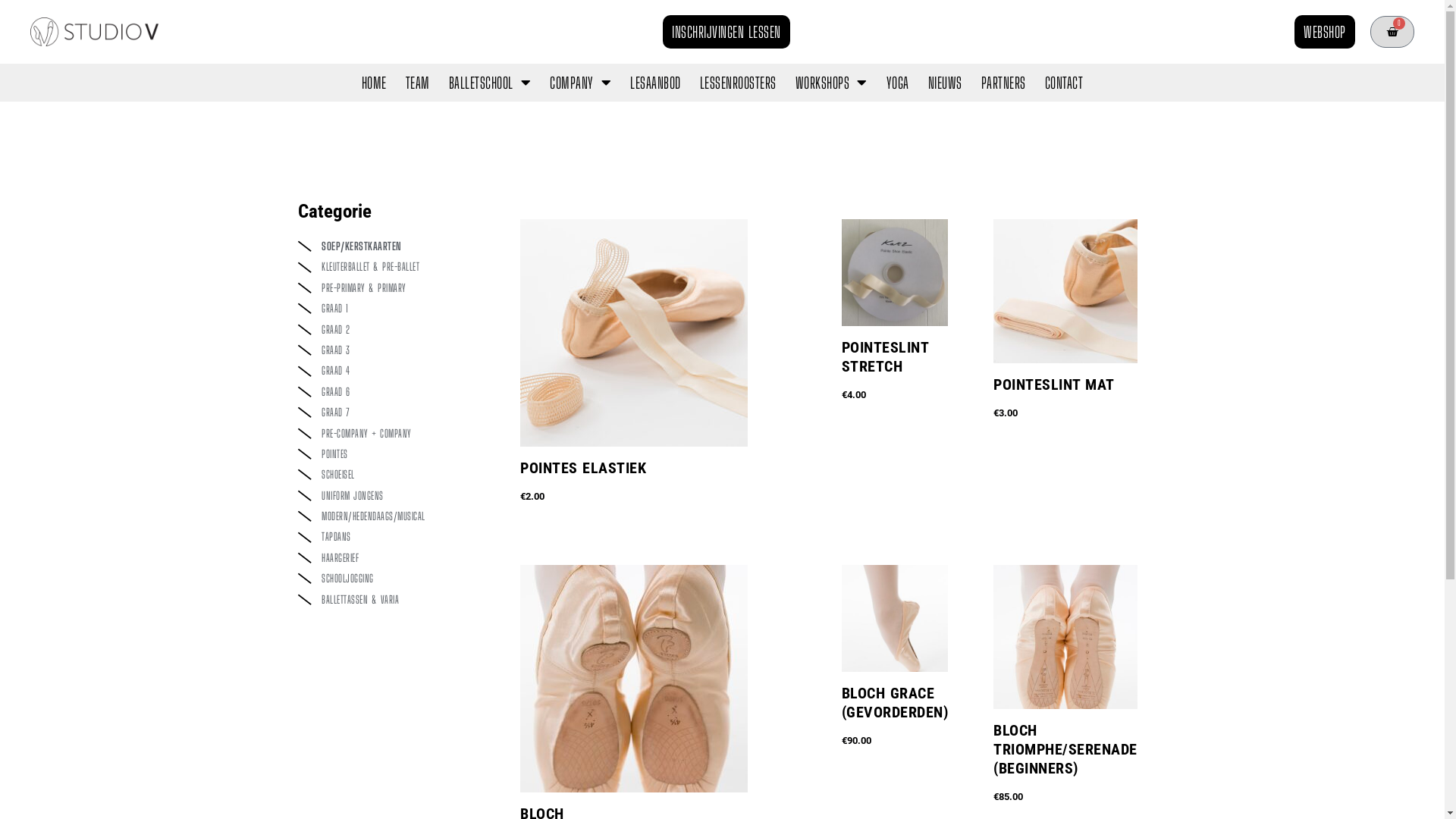 The image size is (1456, 819). Describe the element at coordinates (993, 762) in the screenshot. I see `'BLOCH TRIOMPHE/SERENADE (BEGINNERS)'` at that location.